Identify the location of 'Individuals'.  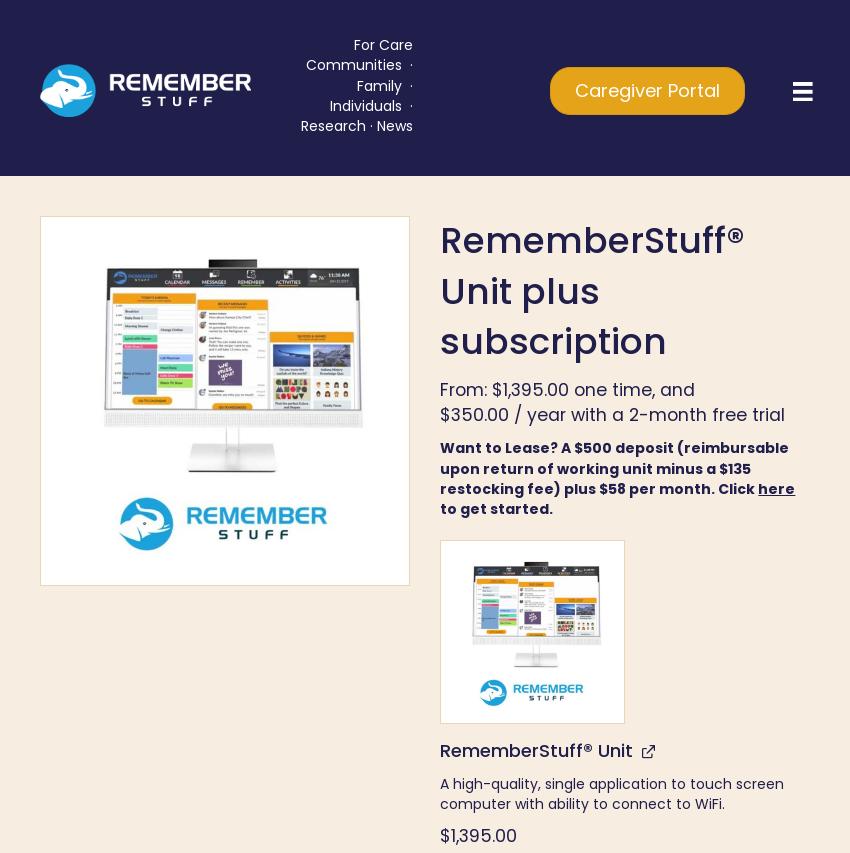
(366, 105).